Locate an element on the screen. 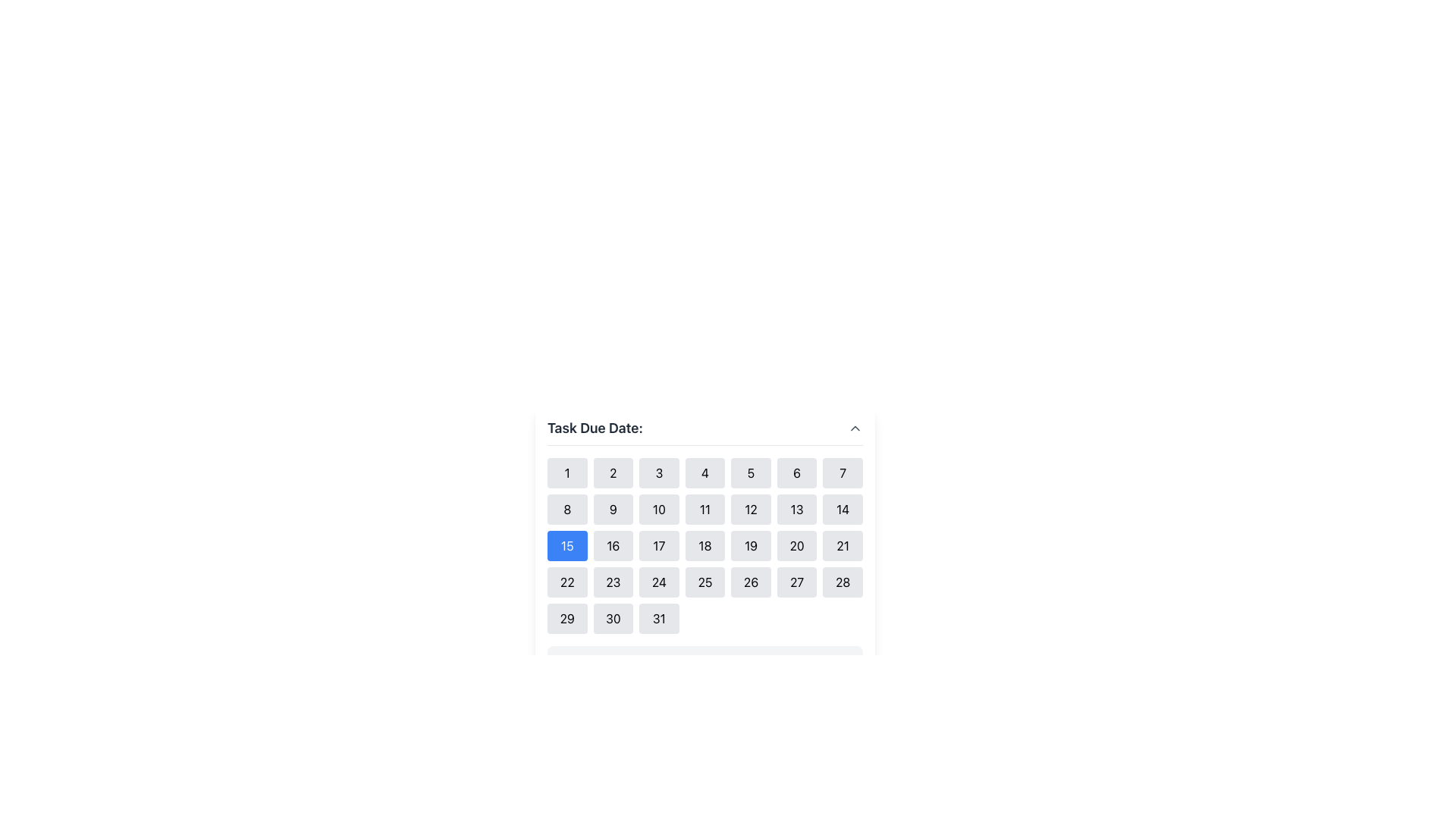 This screenshot has width=1456, height=819. the button in the calendar interface that allows the user is located at coordinates (613, 509).